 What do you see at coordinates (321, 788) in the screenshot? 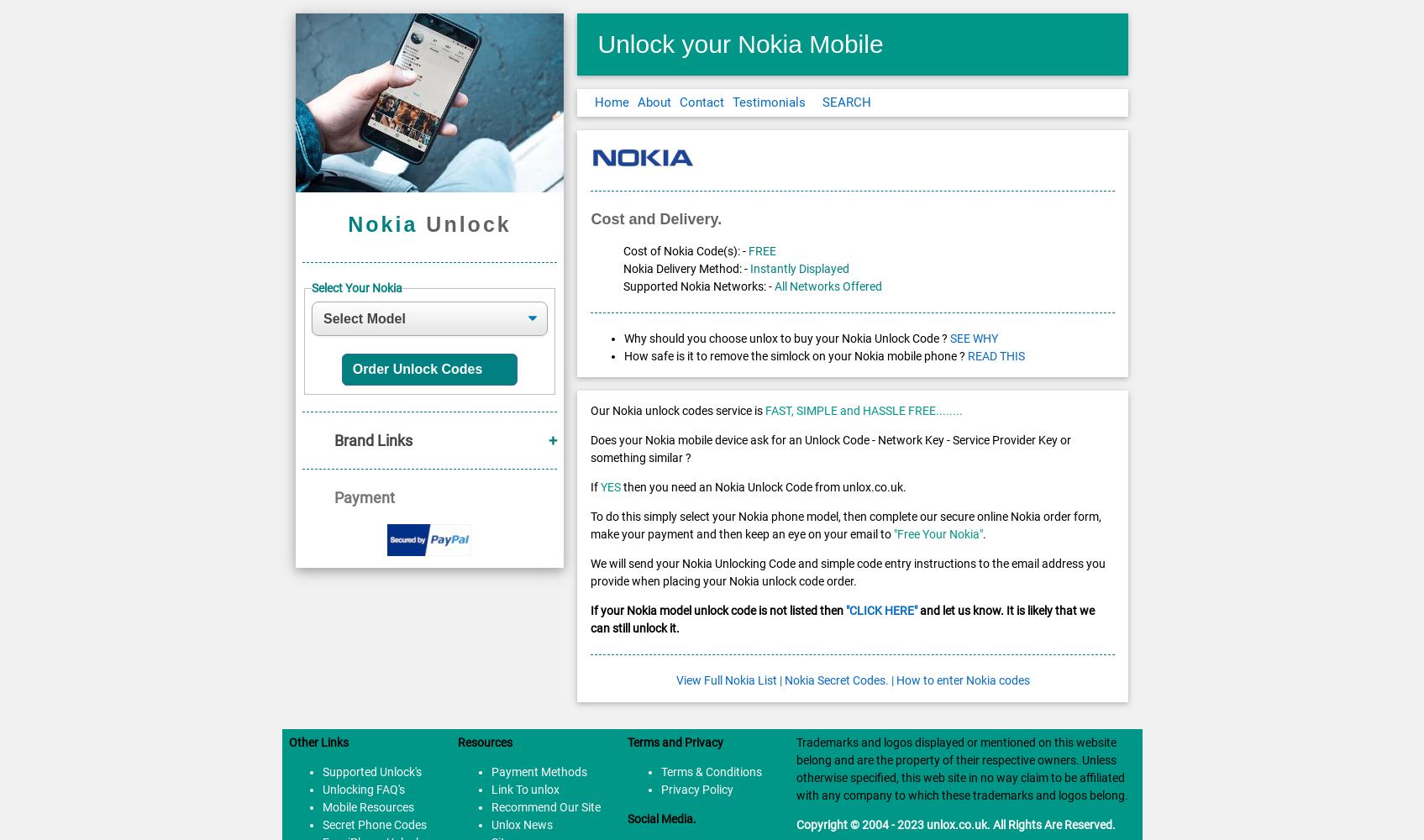
I see `'Unlocking FAQ's'` at bounding box center [321, 788].